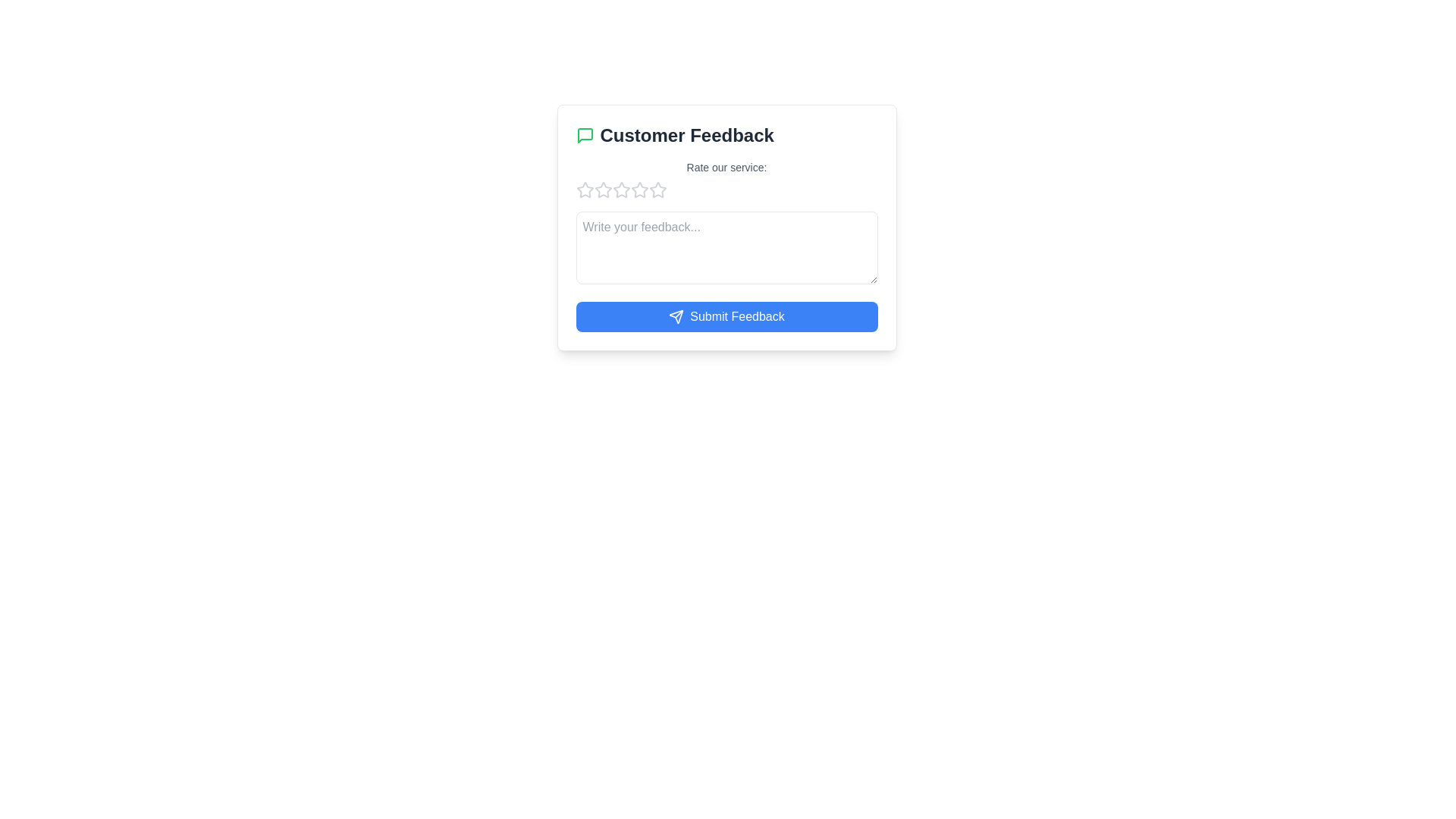  Describe the element at coordinates (621, 189) in the screenshot. I see `the second star in the rating system, which is located in a horizontal row of five stars above the text area and below the label 'Rate our service'` at that location.